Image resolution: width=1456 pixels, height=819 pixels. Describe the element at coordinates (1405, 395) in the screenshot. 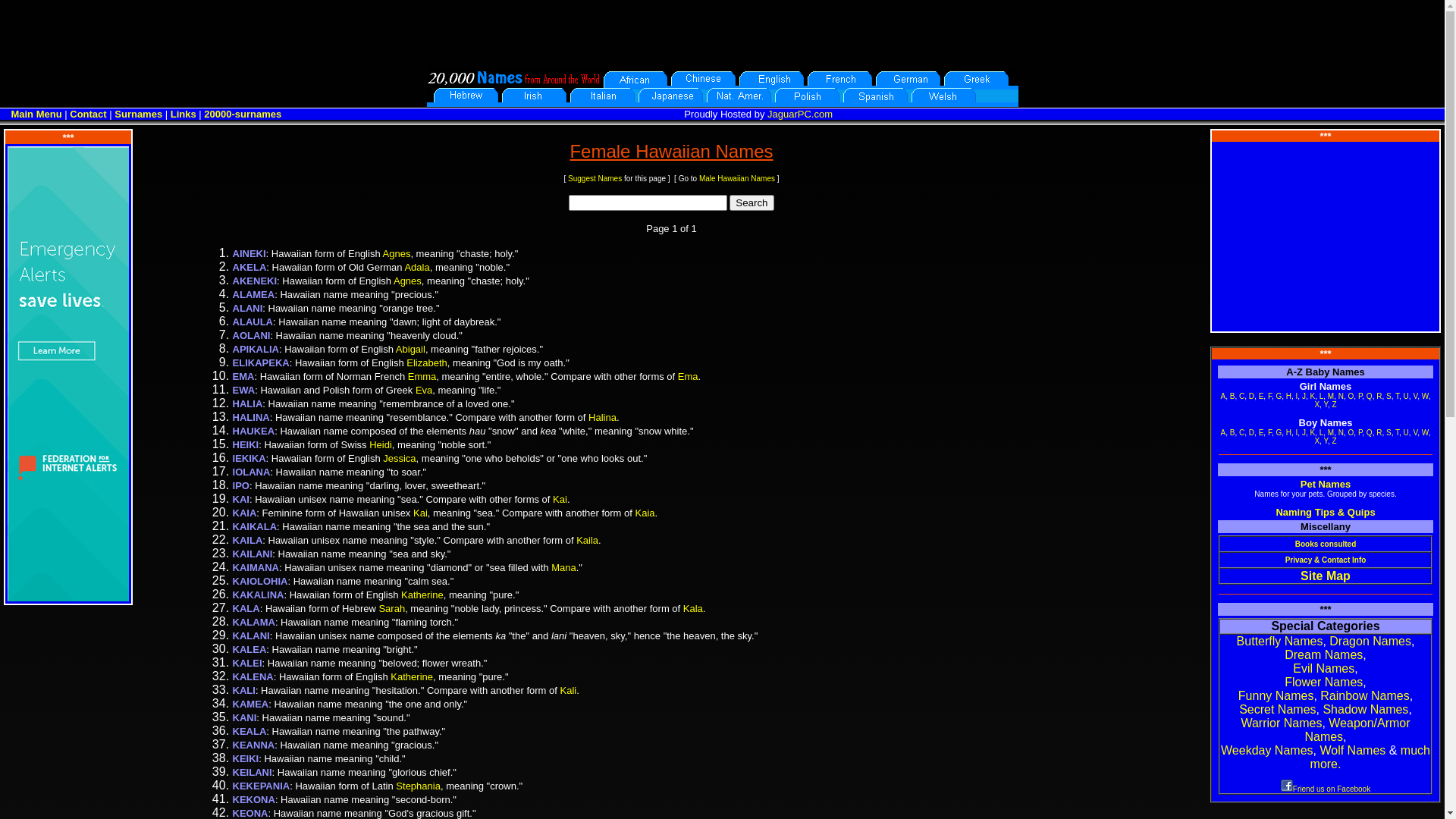

I see `'U'` at that location.